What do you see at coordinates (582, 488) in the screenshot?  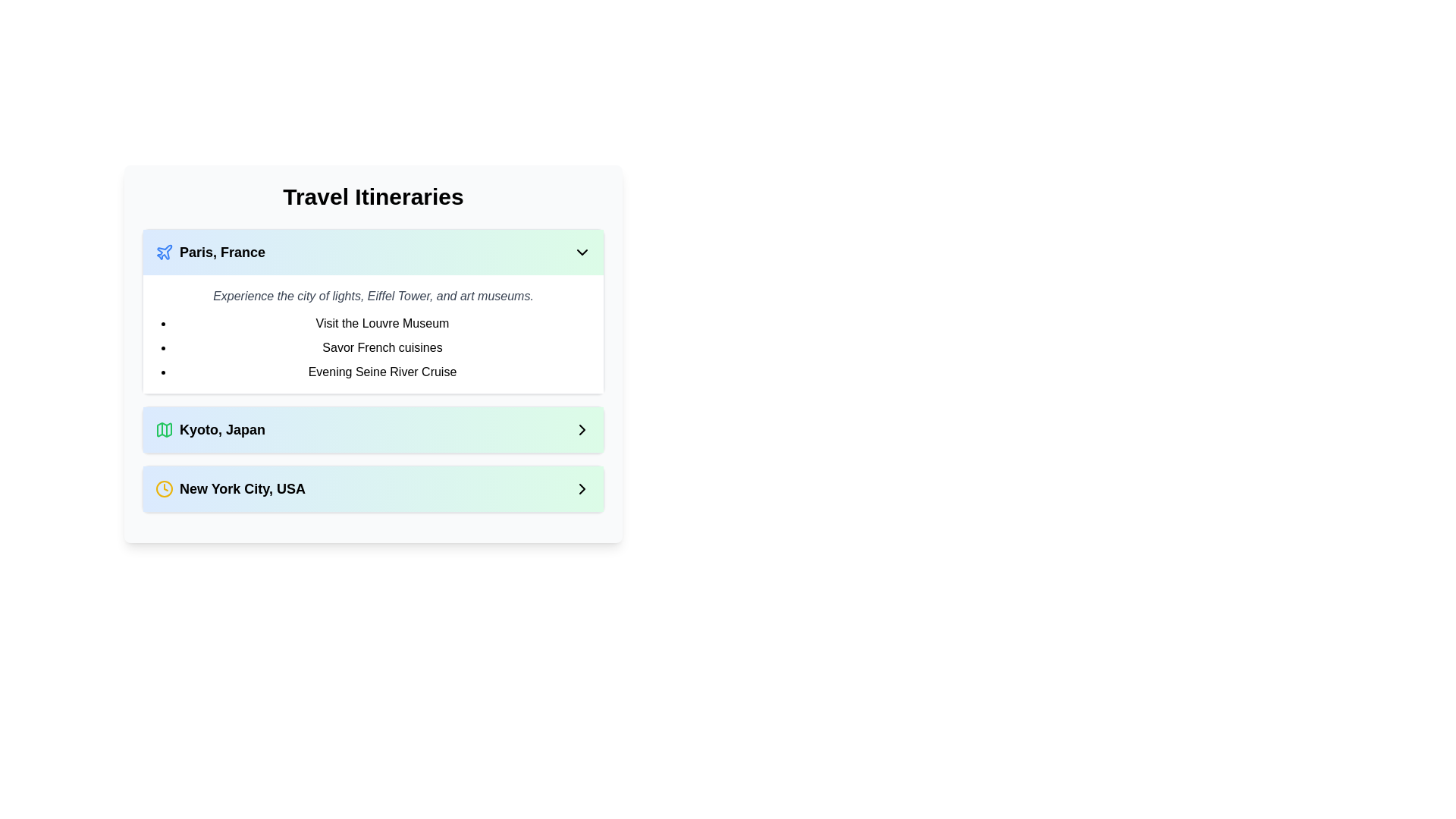 I see `the navigation icon located at the far-right end of the 'New York City, USA' row` at bounding box center [582, 488].